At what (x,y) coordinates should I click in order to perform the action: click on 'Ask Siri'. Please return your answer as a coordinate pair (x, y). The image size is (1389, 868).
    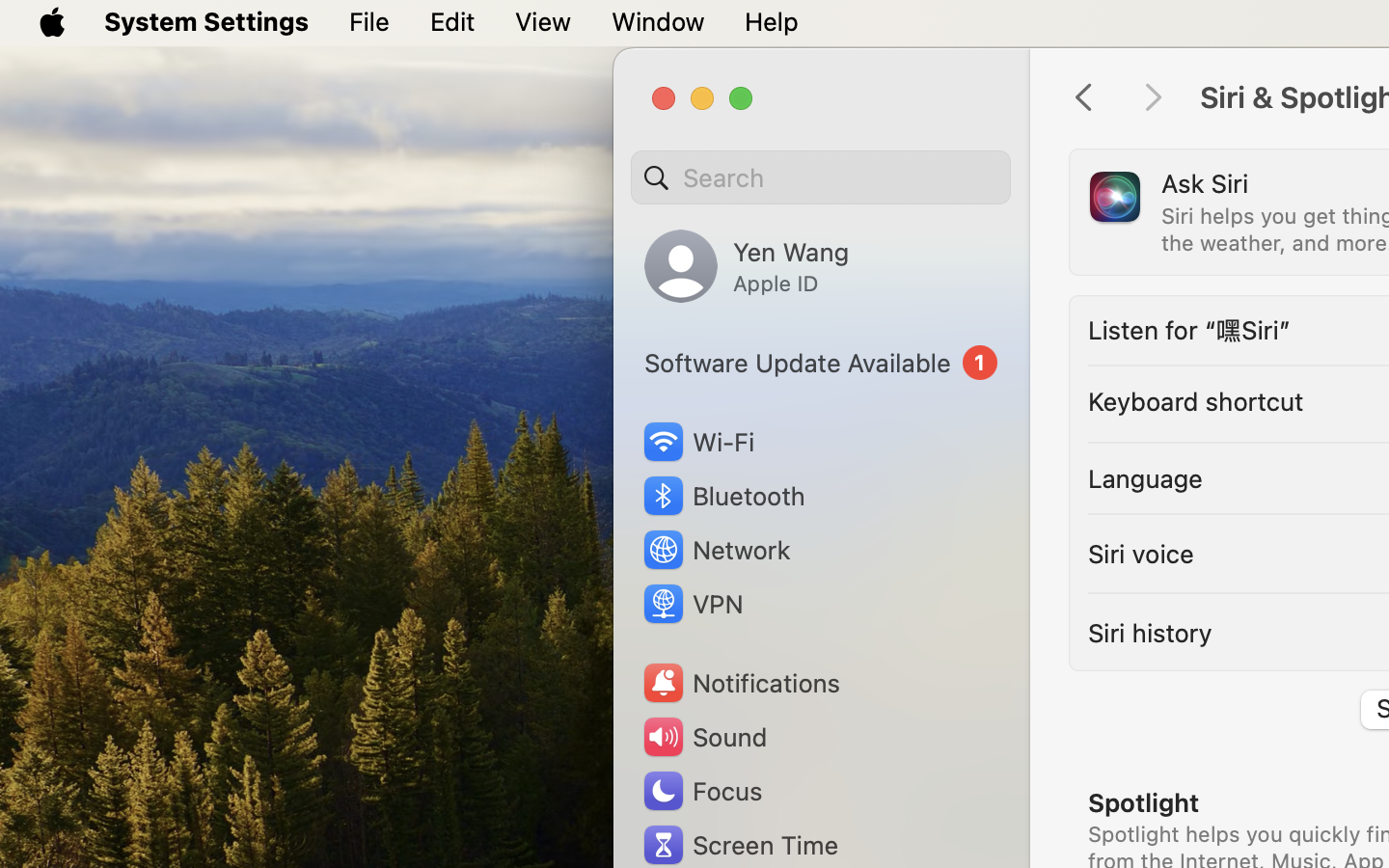
    Looking at the image, I should click on (1204, 182).